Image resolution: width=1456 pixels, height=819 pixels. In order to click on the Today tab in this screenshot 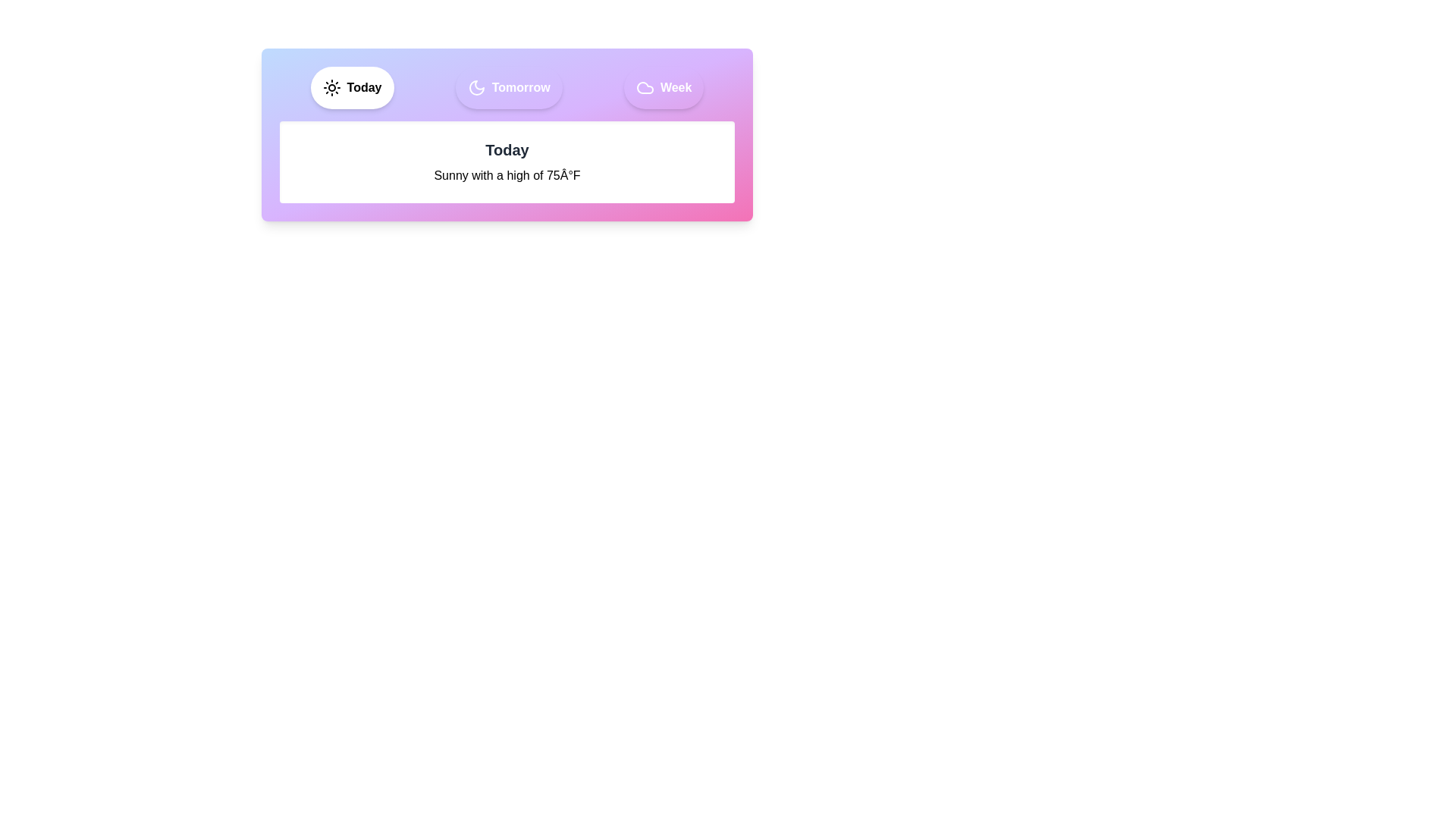, I will do `click(351, 87)`.